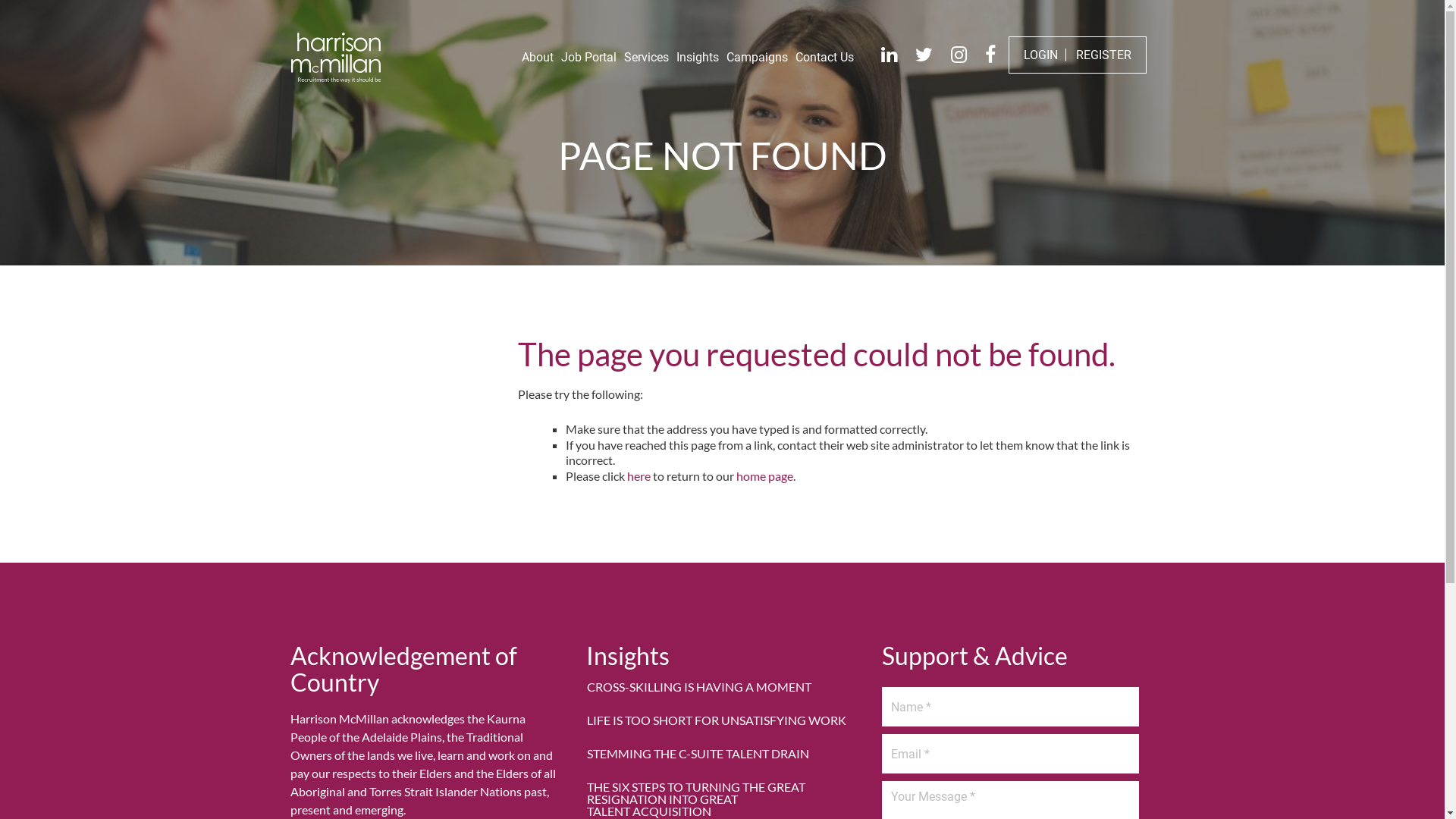 Image resolution: width=1456 pixels, height=819 pixels. What do you see at coordinates (958, 54) in the screenshot?
I see `'Instagram'` at bounding box center [958, 54].